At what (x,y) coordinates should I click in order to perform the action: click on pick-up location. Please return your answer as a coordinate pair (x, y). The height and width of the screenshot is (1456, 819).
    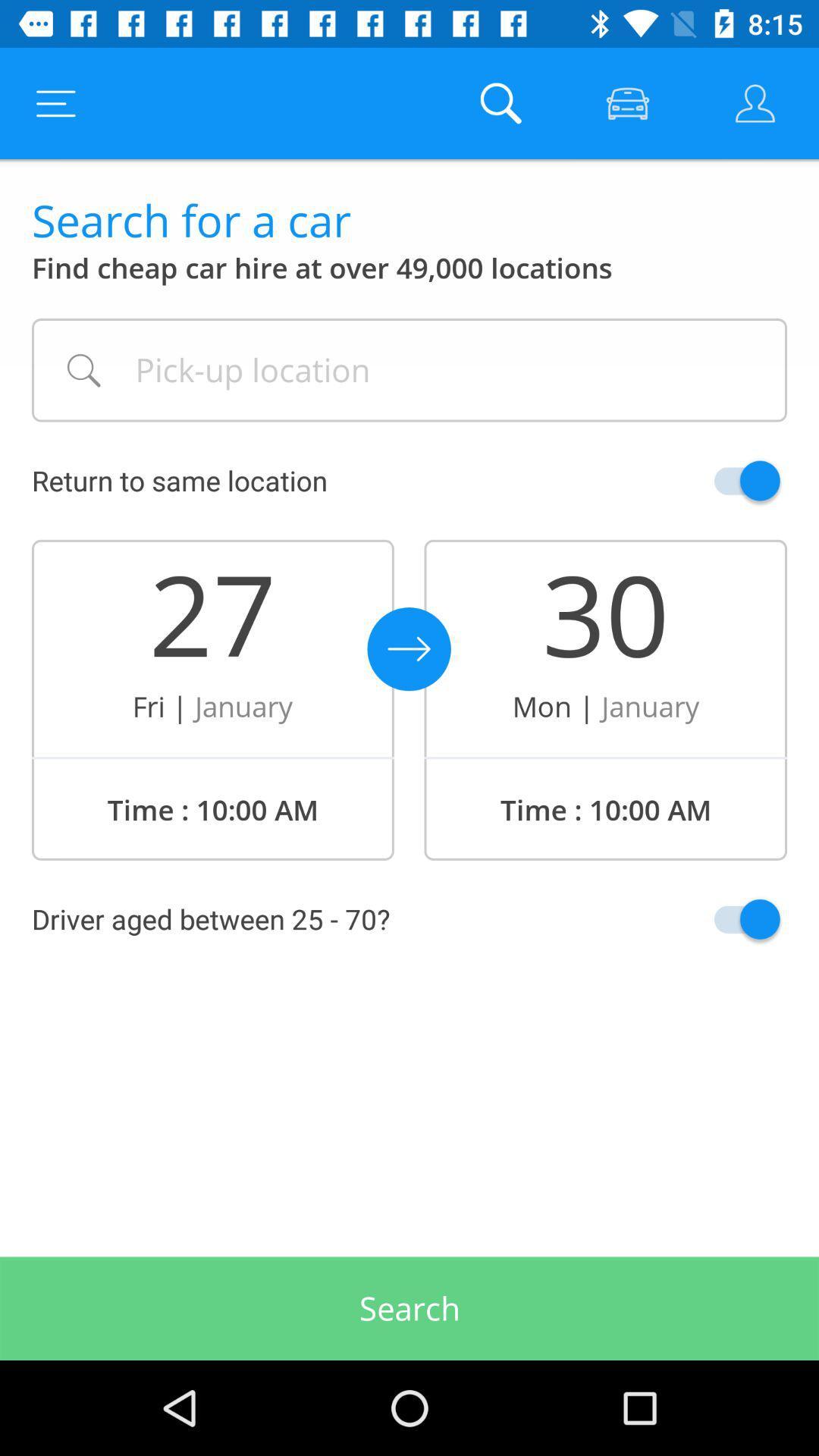
    Looking at the image, I should click on (409, 370).